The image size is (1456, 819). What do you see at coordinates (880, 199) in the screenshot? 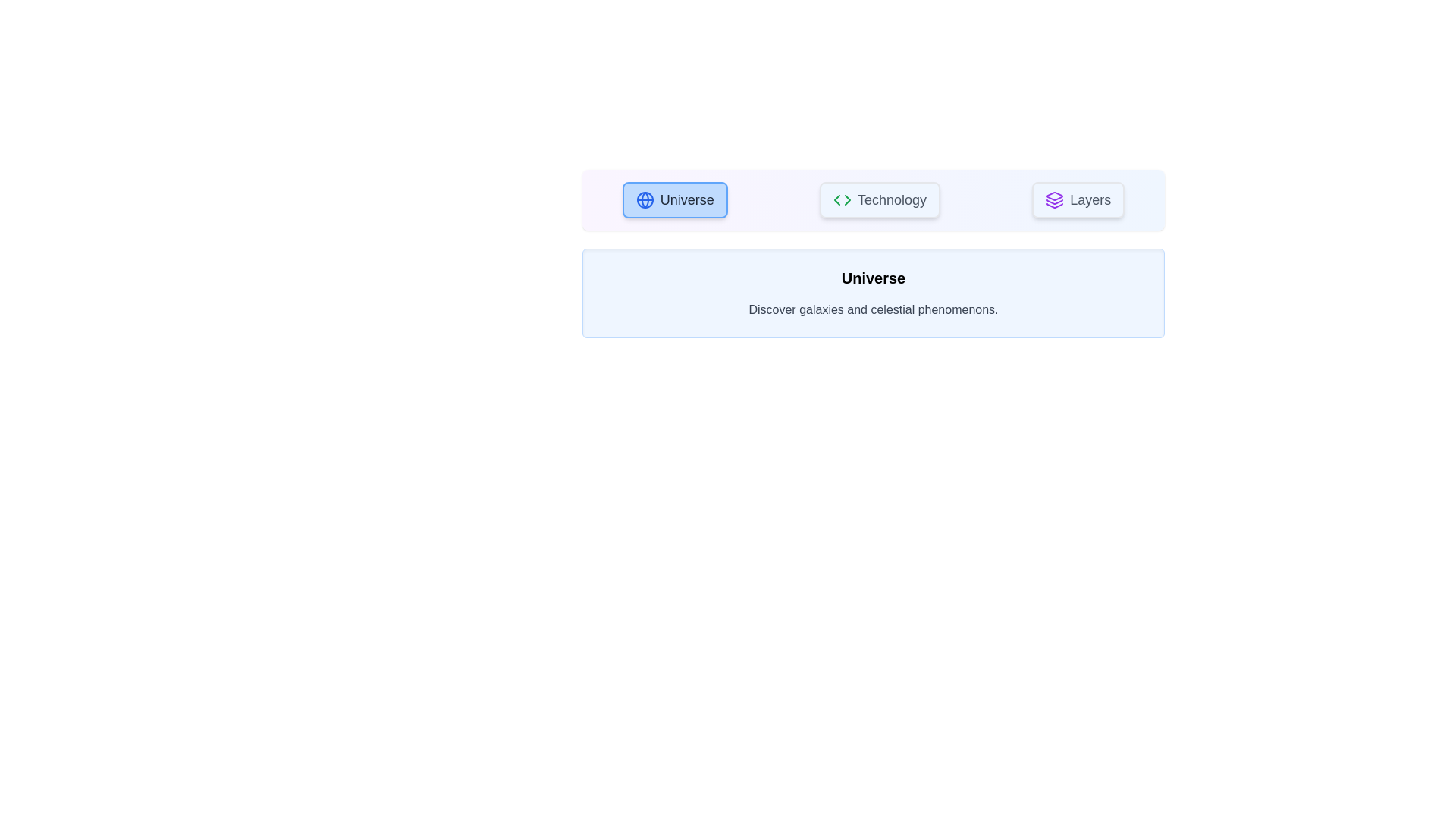
I see `the Technology tab to view its content` at bounding box center [880, 199].